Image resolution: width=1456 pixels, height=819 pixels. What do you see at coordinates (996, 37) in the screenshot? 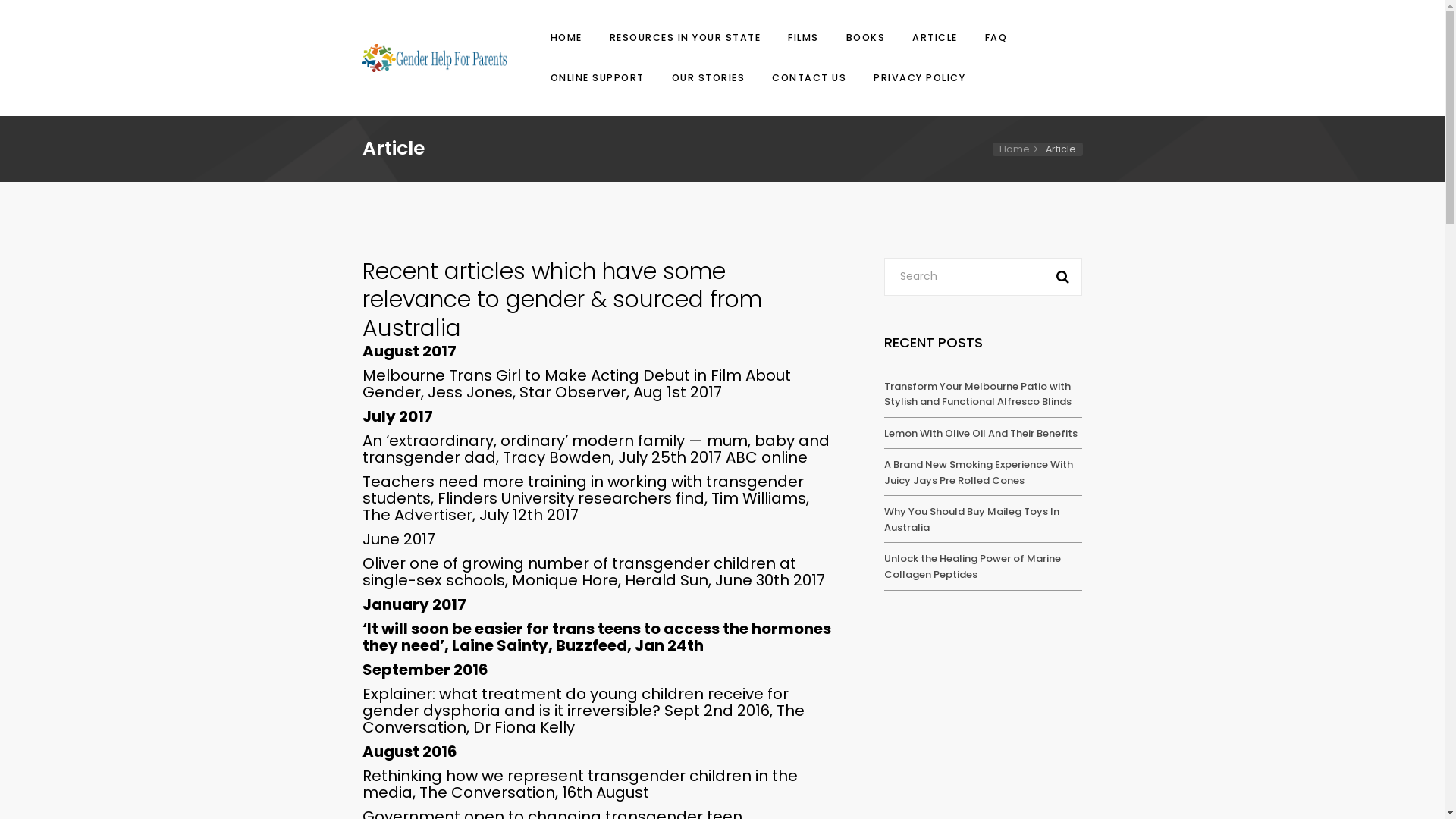
I see `'FAQ'` at bounding box center [996, 37].